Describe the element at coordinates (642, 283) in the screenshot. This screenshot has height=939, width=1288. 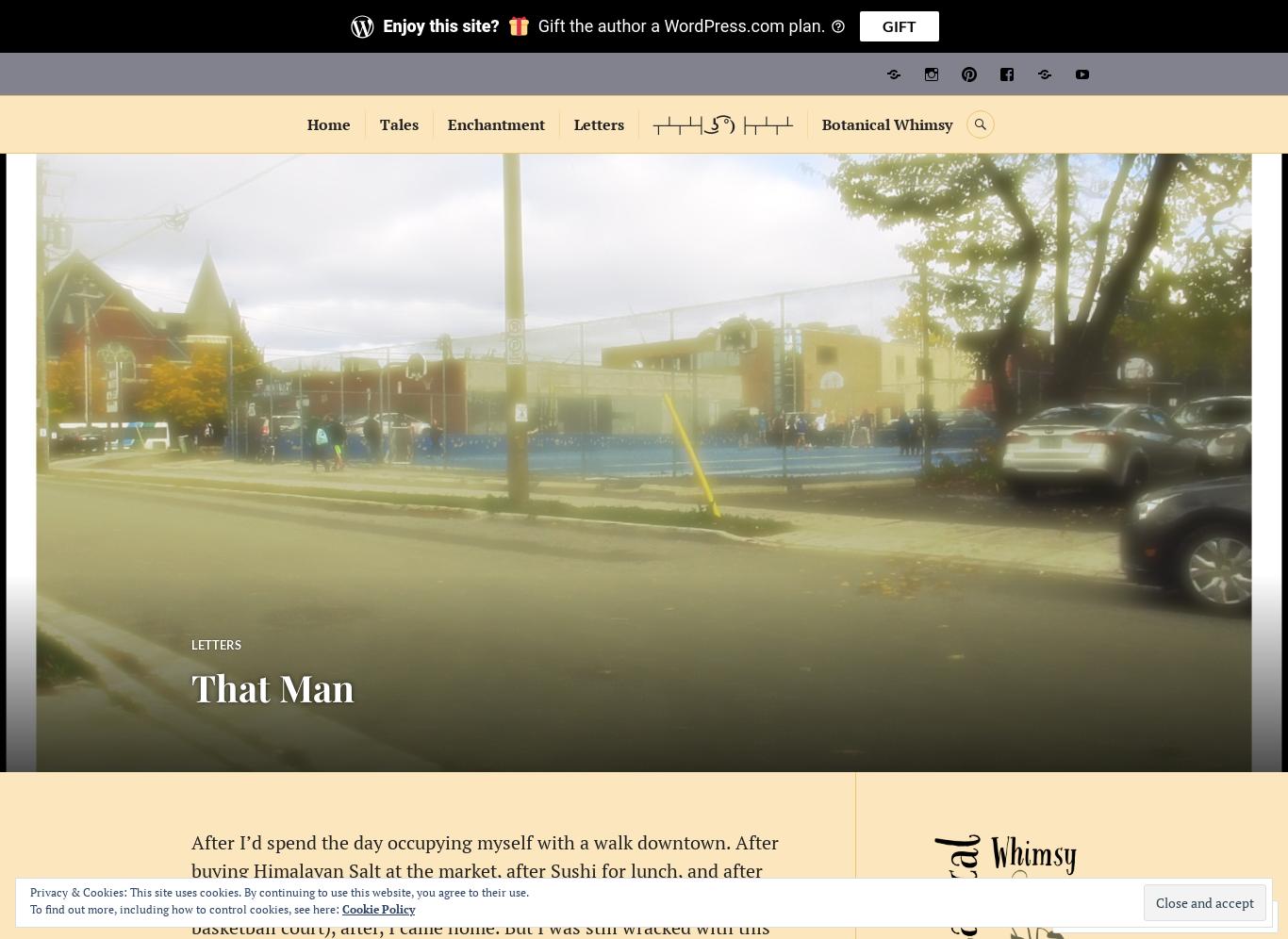
I see `'Subscribe now to keep reading and get access to the full archive.'` at that location.